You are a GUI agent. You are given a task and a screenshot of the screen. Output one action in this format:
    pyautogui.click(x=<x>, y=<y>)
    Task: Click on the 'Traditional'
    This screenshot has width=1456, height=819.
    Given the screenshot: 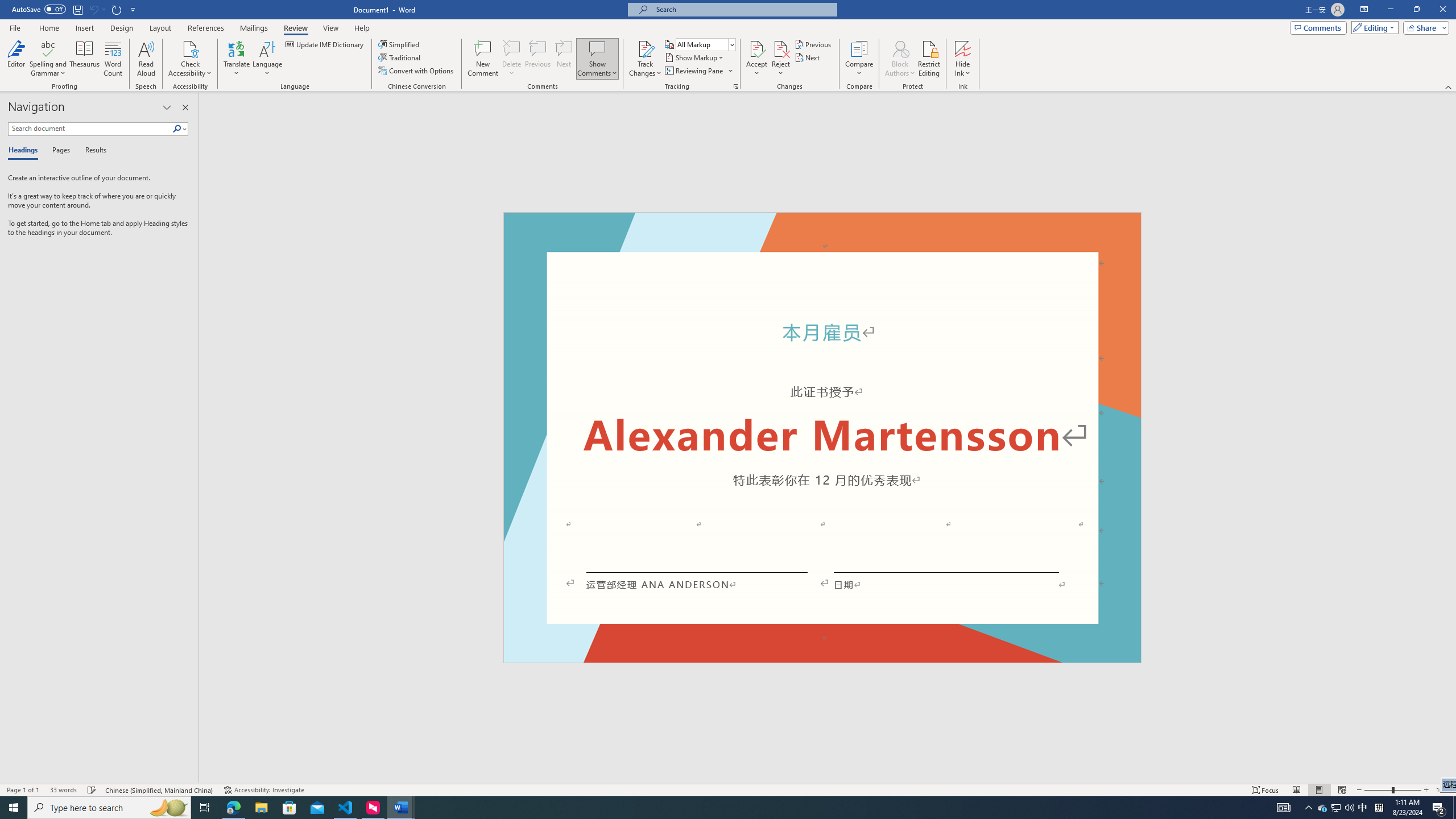 What is the action you would take?
    pyautogui.click(x=400, y=56)
    